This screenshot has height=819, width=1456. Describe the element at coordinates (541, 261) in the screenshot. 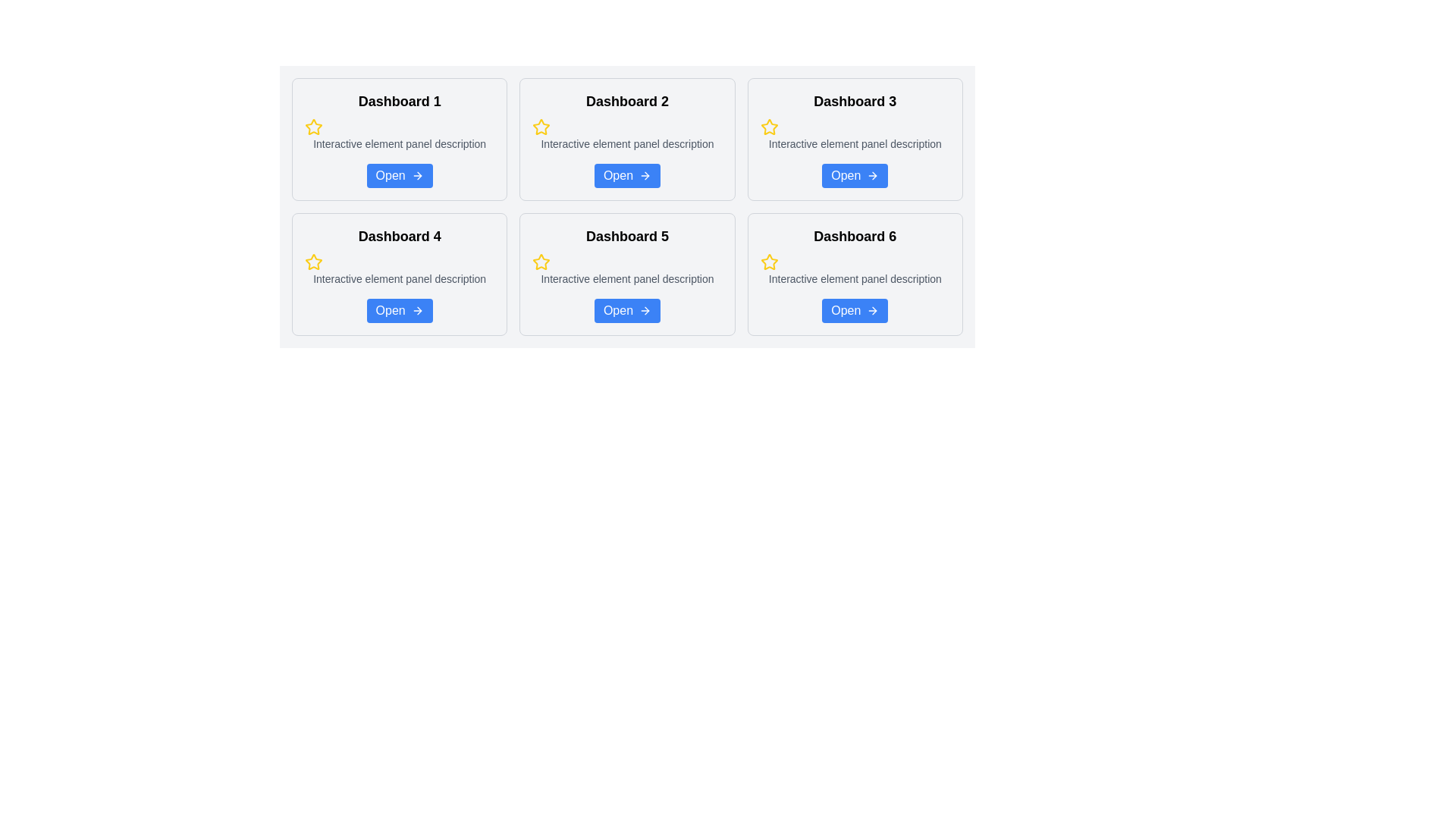

I see `the star icon in the top-left corner of the 'Dashboard 5' panel` at that location.